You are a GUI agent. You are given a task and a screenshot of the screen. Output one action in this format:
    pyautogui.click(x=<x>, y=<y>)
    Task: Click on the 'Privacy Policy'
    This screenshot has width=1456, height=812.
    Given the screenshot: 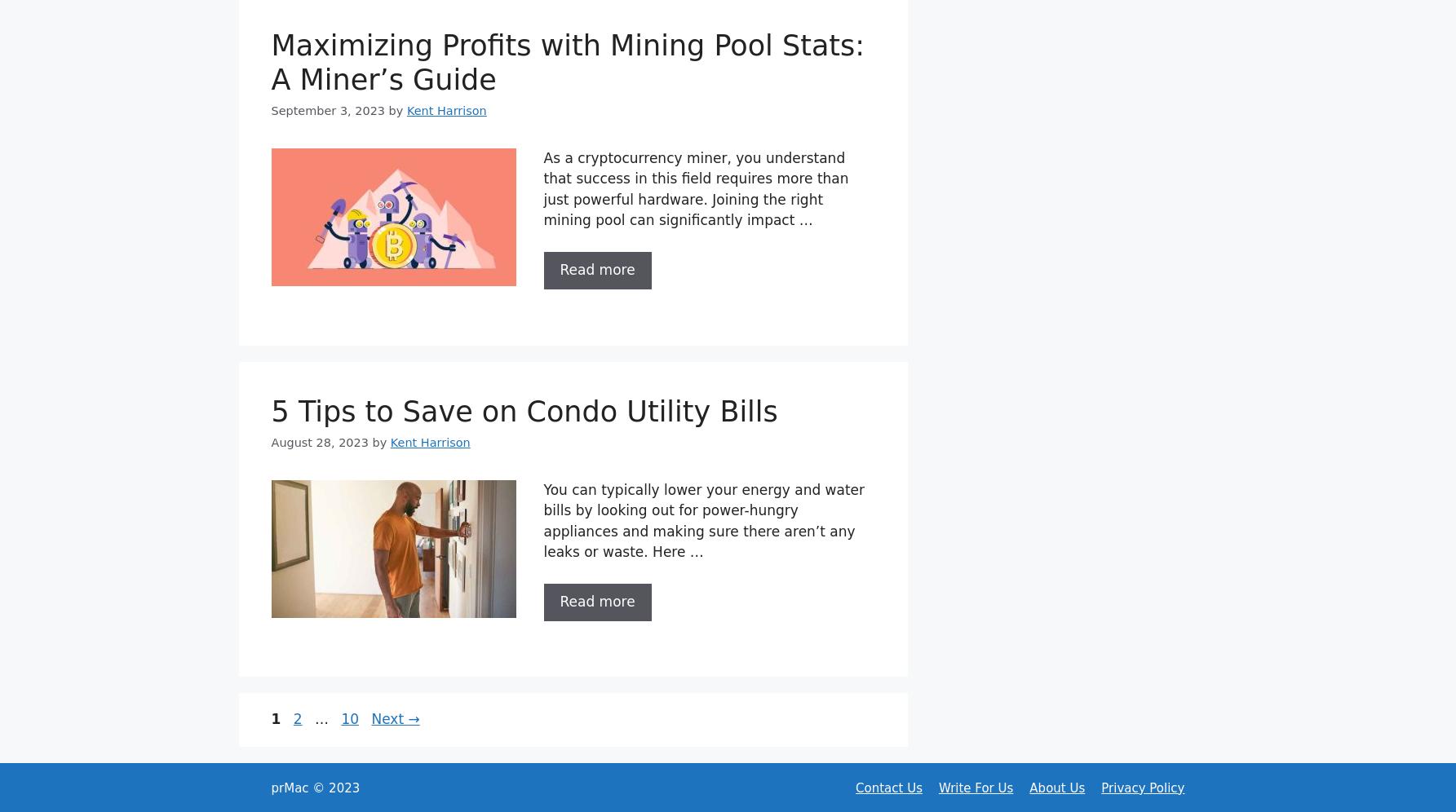 What is the action you would take?
    pyautogui.click(x=1143, y=787)
    